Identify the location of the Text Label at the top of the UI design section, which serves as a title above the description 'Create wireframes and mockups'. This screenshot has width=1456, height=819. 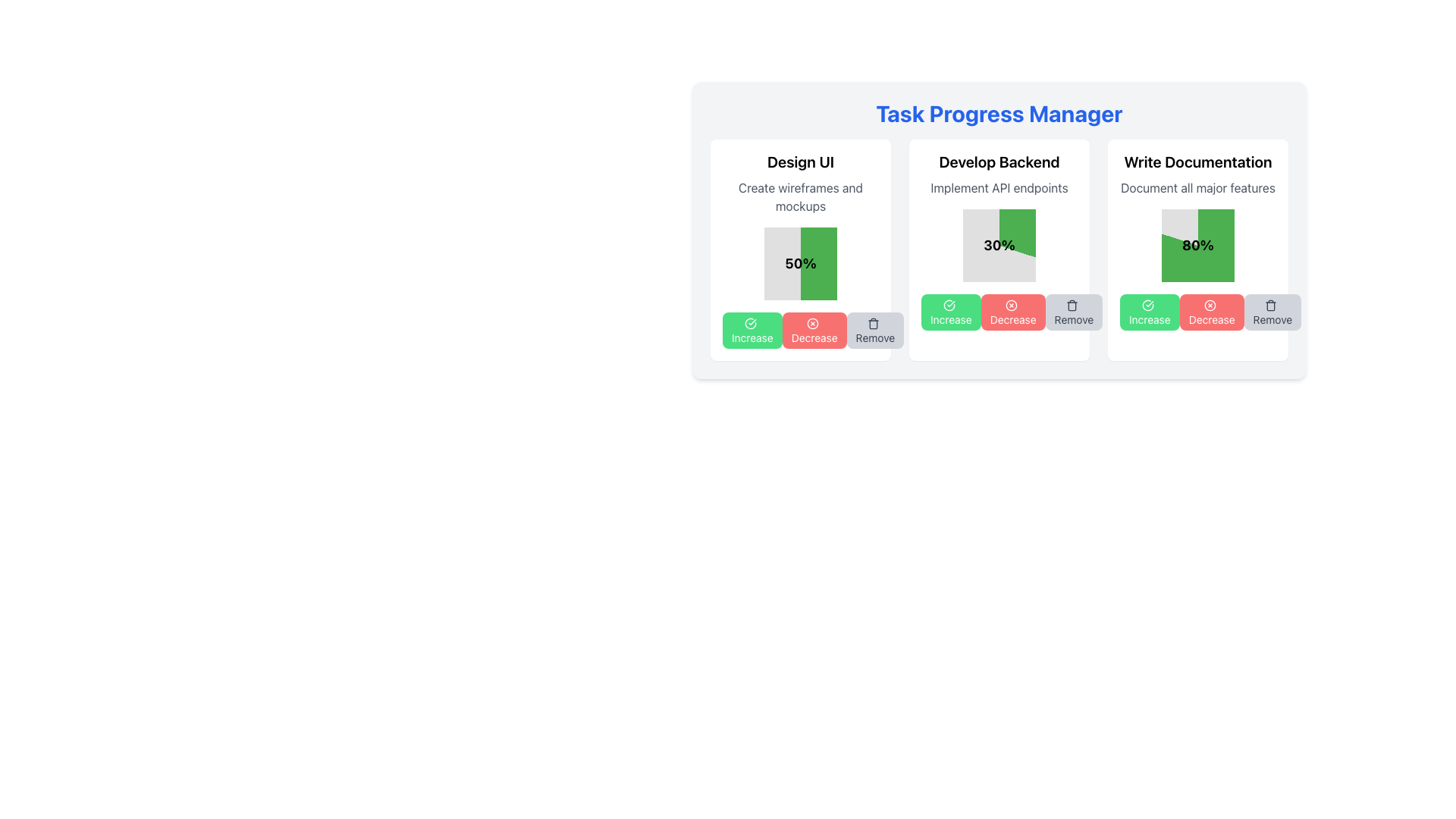
(800, 162).